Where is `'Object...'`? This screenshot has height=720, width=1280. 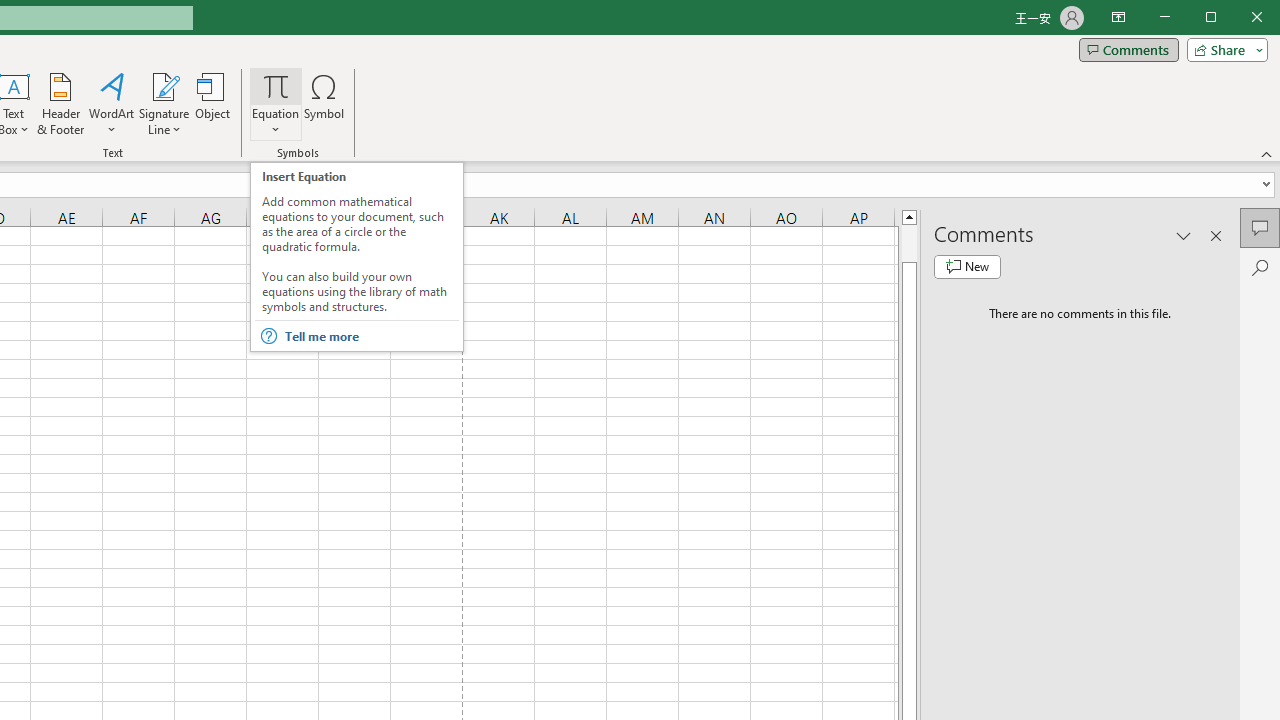 'Object...' is located at coordinates (213, 104).